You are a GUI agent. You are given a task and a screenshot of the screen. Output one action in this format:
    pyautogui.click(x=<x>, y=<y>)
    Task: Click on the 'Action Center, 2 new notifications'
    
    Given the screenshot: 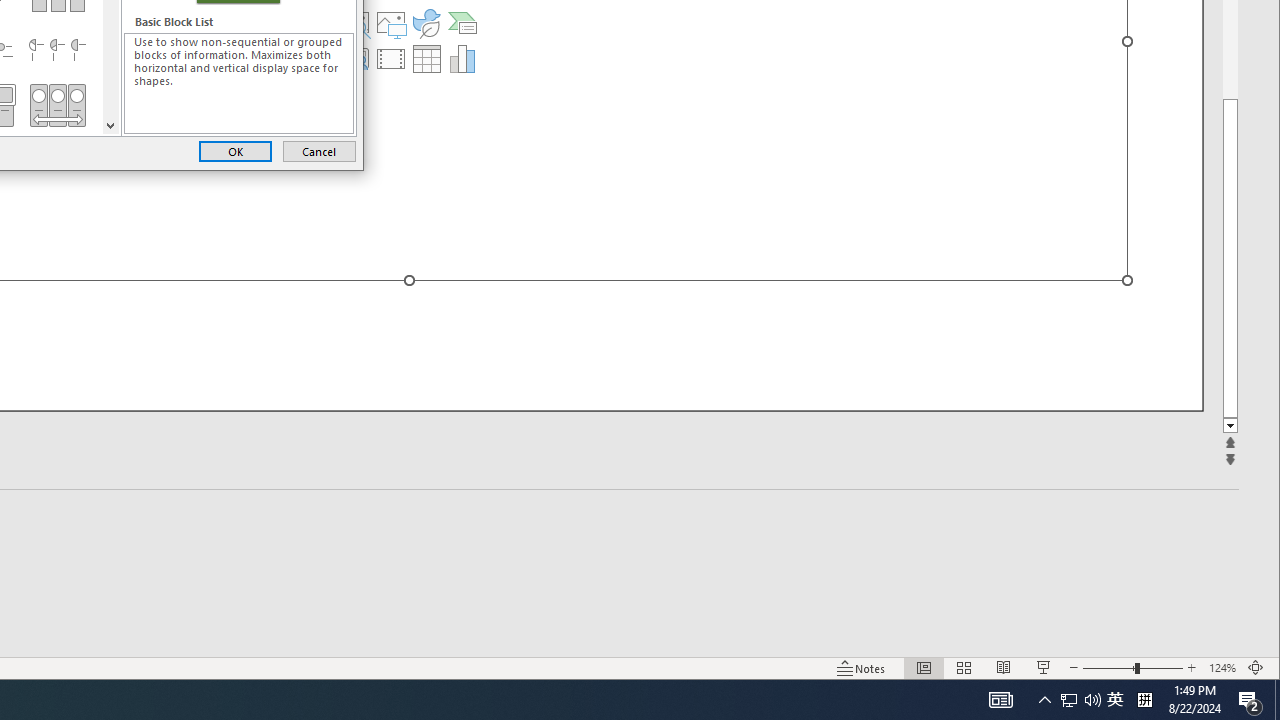 What is the action you would take?
    pyautogui.click(x=1250, y=698)
    